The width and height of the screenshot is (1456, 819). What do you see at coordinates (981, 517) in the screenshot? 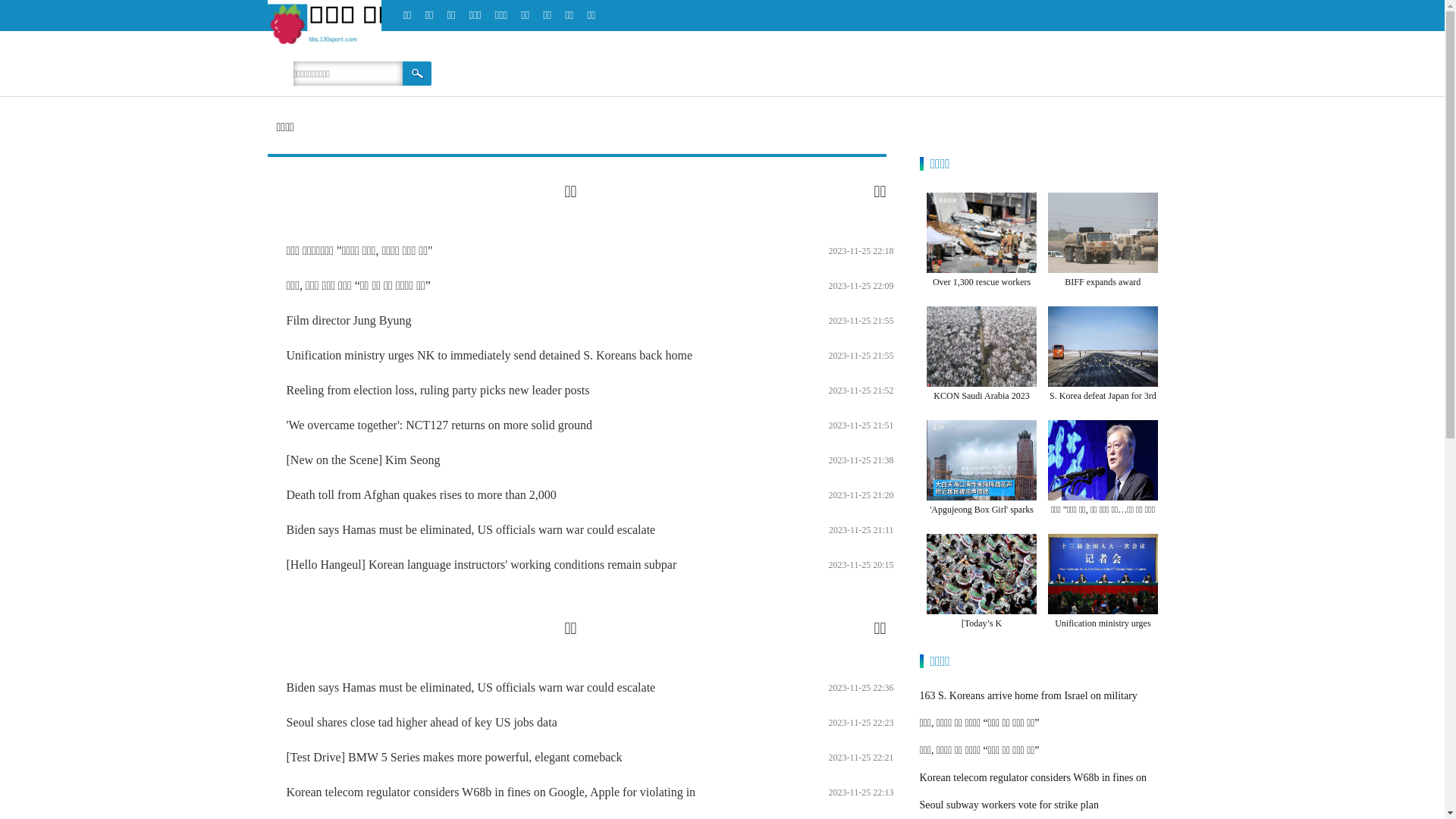
I see `''Apgujeong Box Girl' sparks online debate'` at bounding box center [981, 517].